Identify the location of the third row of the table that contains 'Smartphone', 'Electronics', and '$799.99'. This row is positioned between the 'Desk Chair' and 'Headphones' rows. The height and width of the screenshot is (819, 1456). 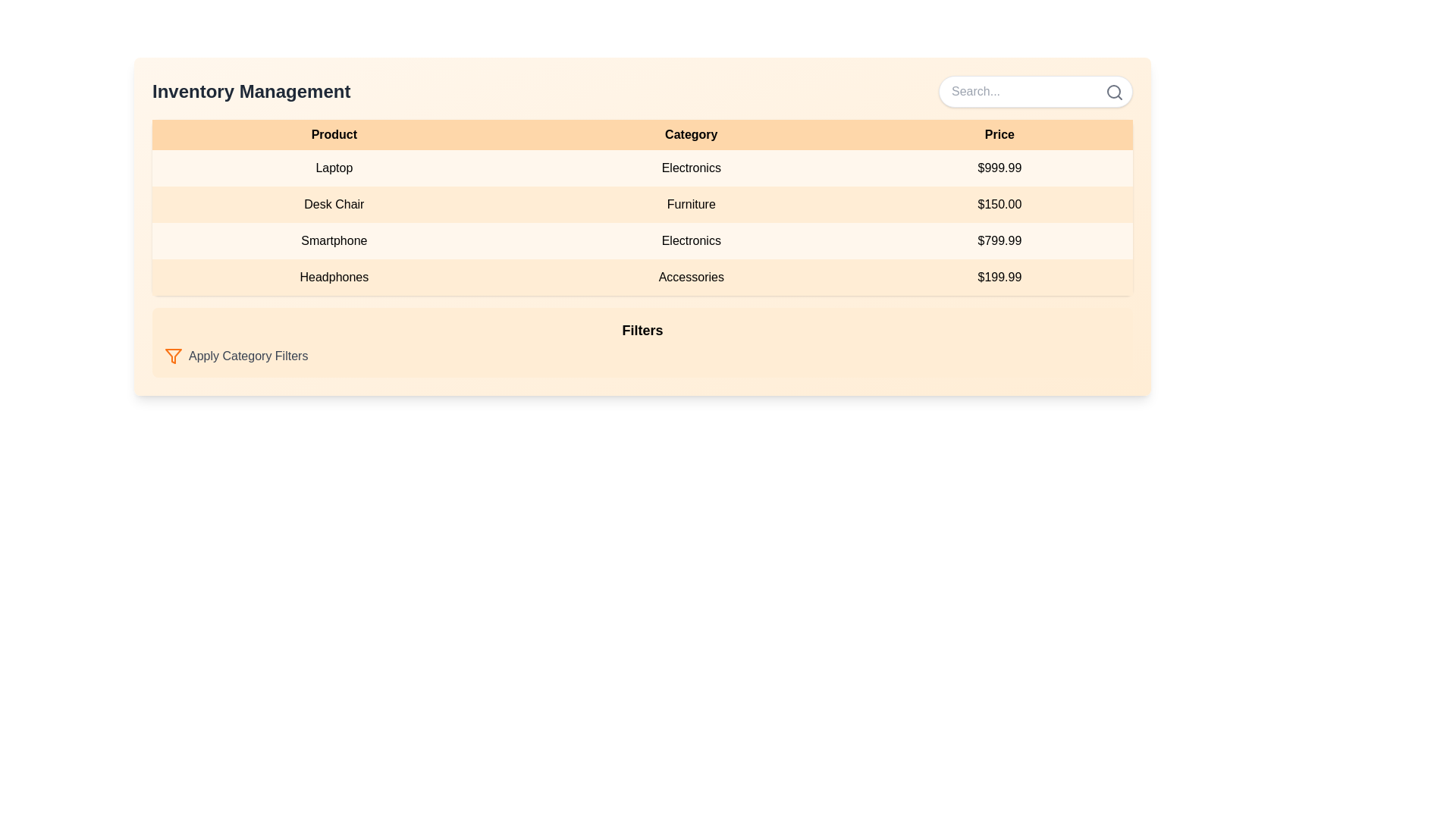
(642, 240).